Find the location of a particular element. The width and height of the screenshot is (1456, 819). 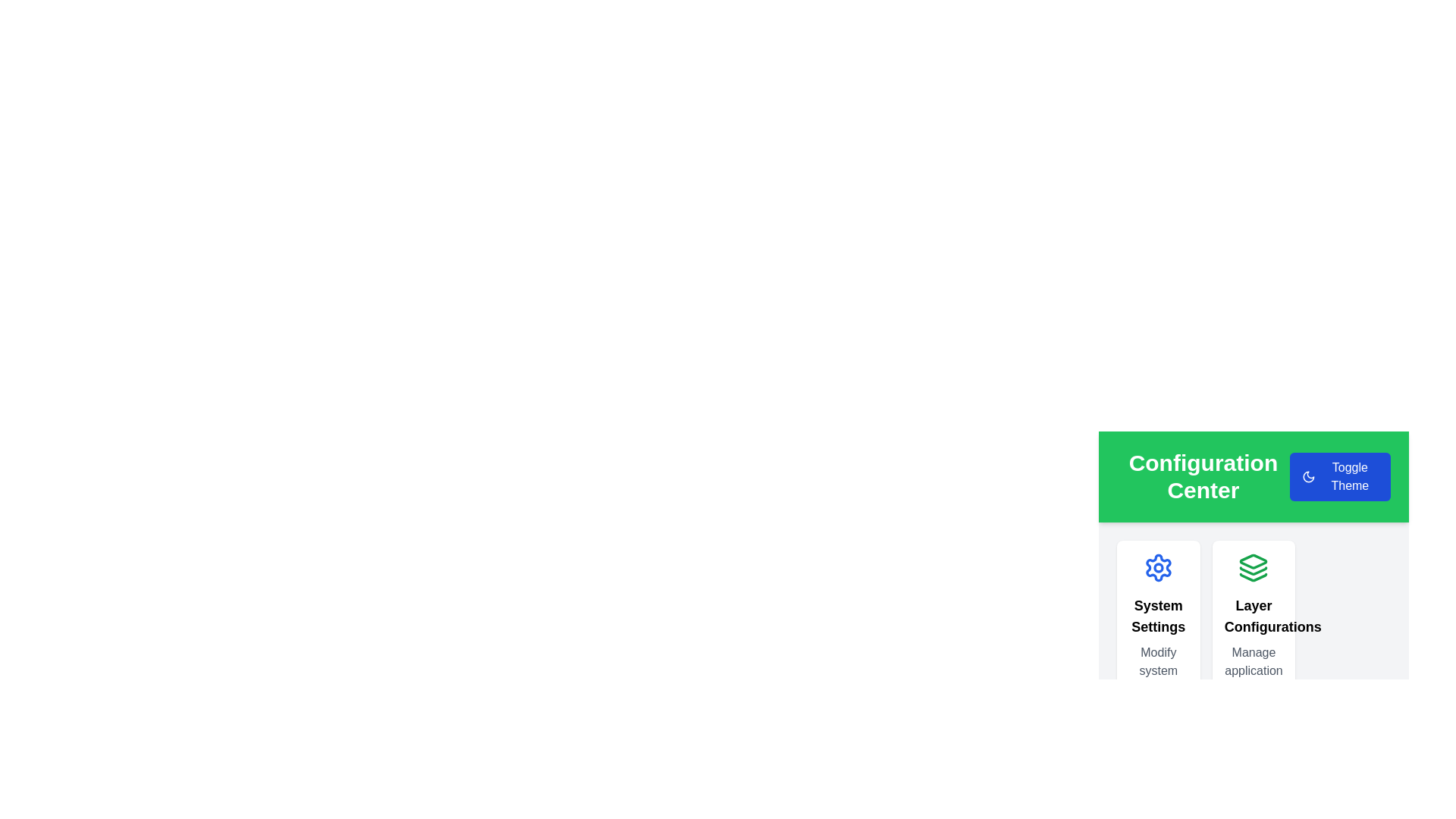

descriptive text label located directly underneath the 'Layer Configurations' heading in the card interface, which provides additional clarification about this feature is located at coordinates (1254, 679).